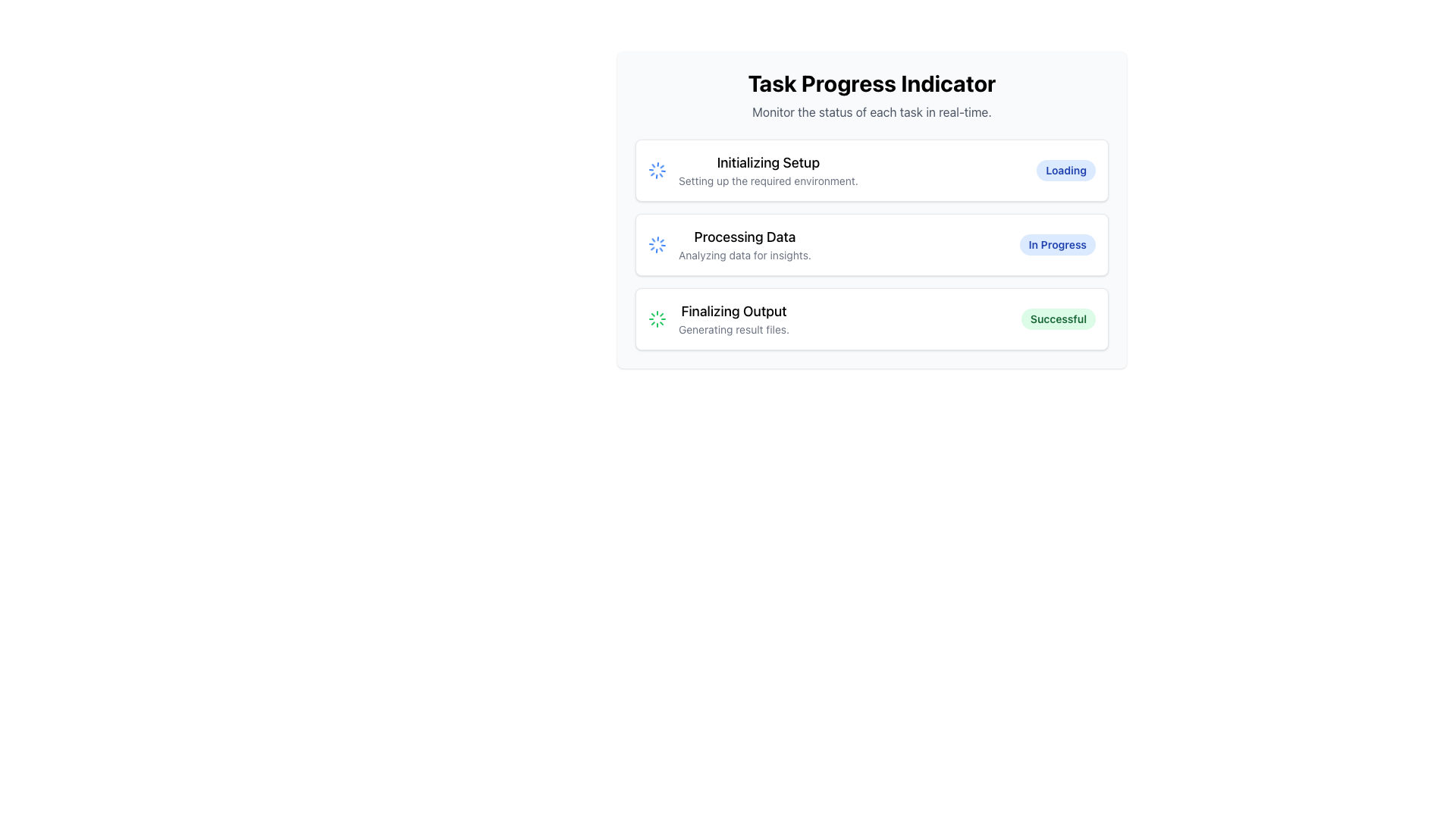 The height and width of the screenshot is (819, 1456). I want to click on the Text Label that provides additional information for the 'Processing Data' task, located in the second content row of the task progress list, so click(745, 254).